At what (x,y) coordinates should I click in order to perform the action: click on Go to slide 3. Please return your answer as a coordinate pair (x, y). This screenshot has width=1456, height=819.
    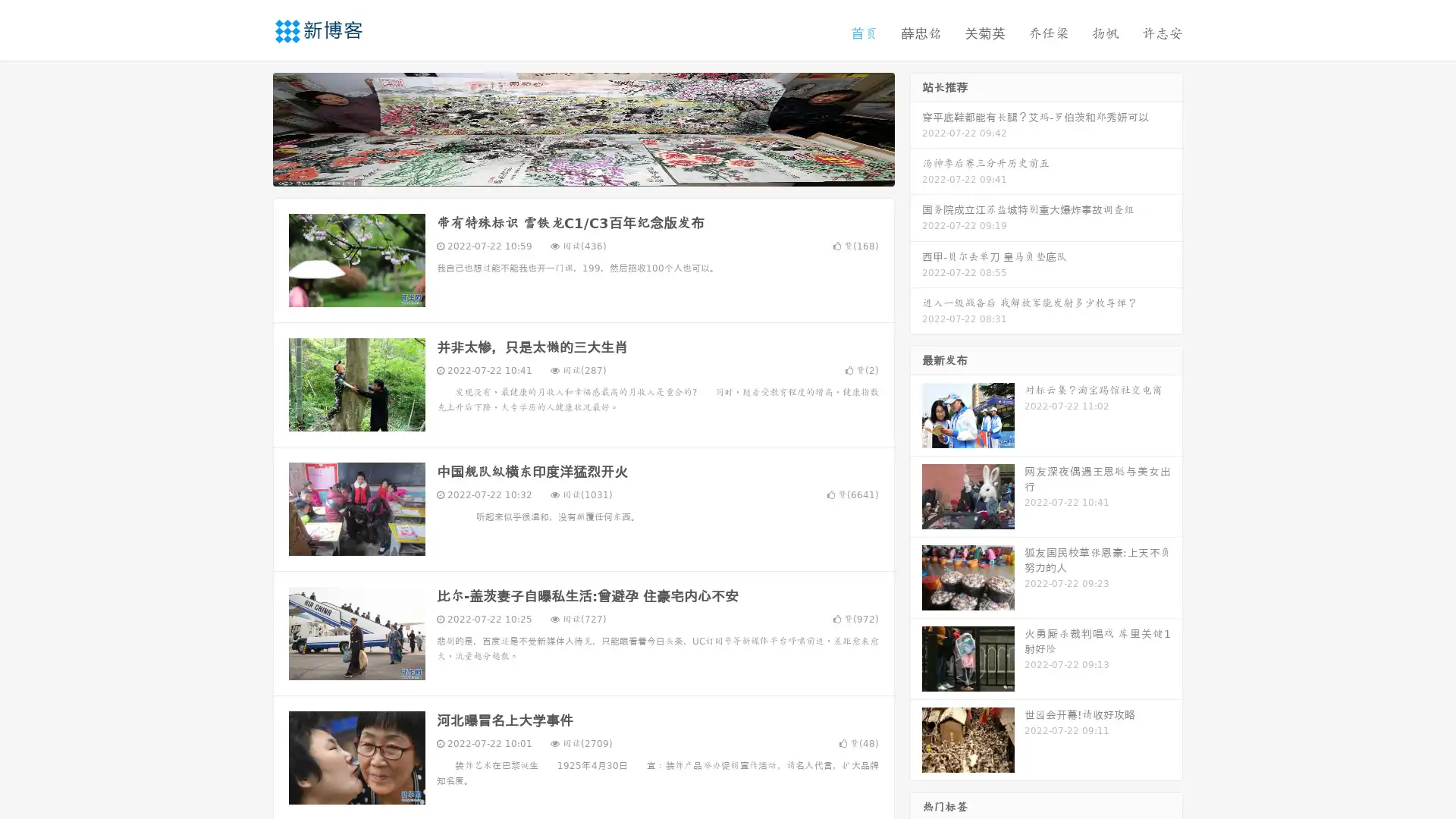
    Looking at the image, I should click on (598, 171).